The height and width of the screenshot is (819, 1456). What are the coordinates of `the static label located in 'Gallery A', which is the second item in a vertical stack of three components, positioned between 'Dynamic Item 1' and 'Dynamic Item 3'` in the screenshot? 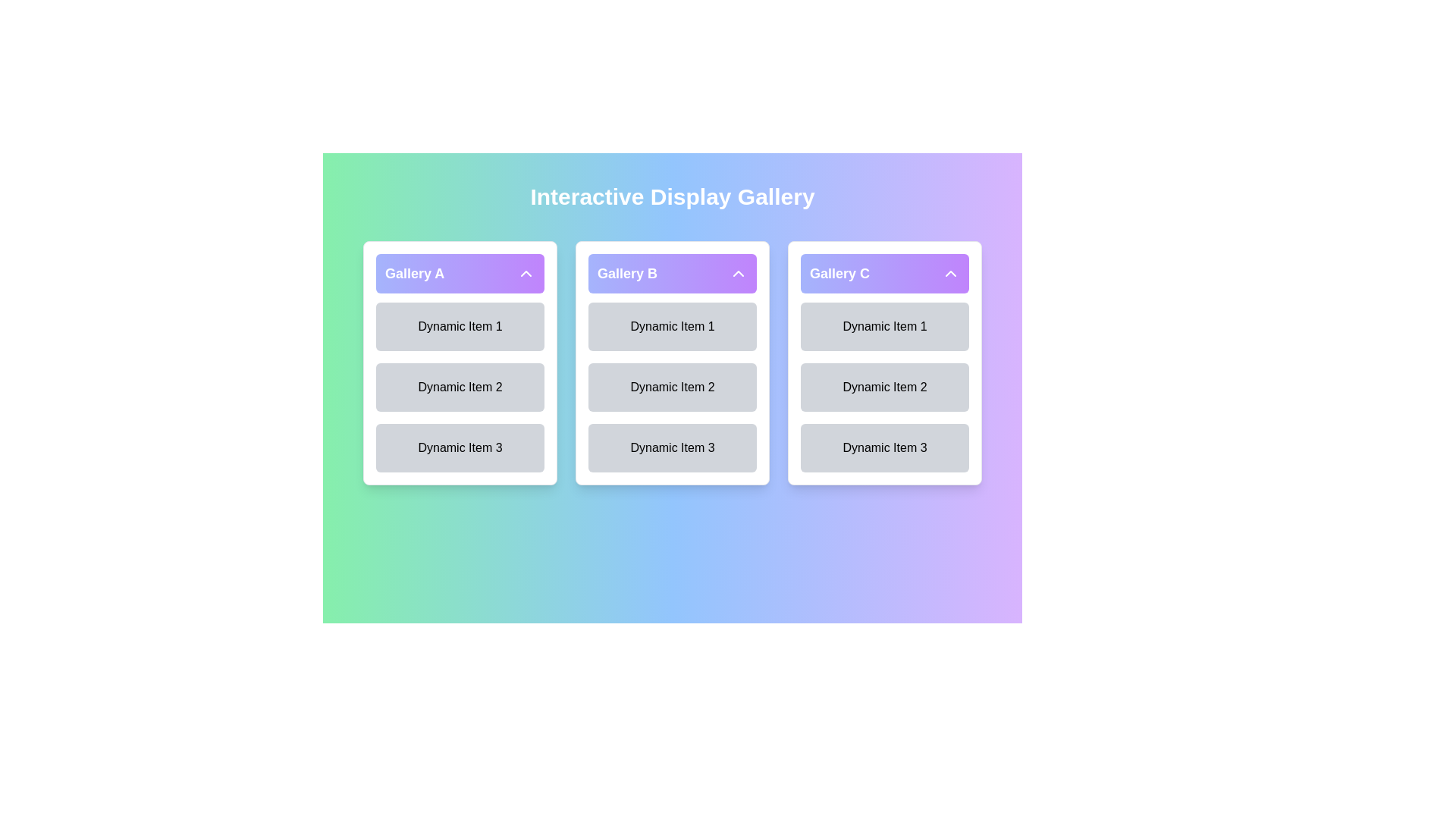 It's located at (459, 386).